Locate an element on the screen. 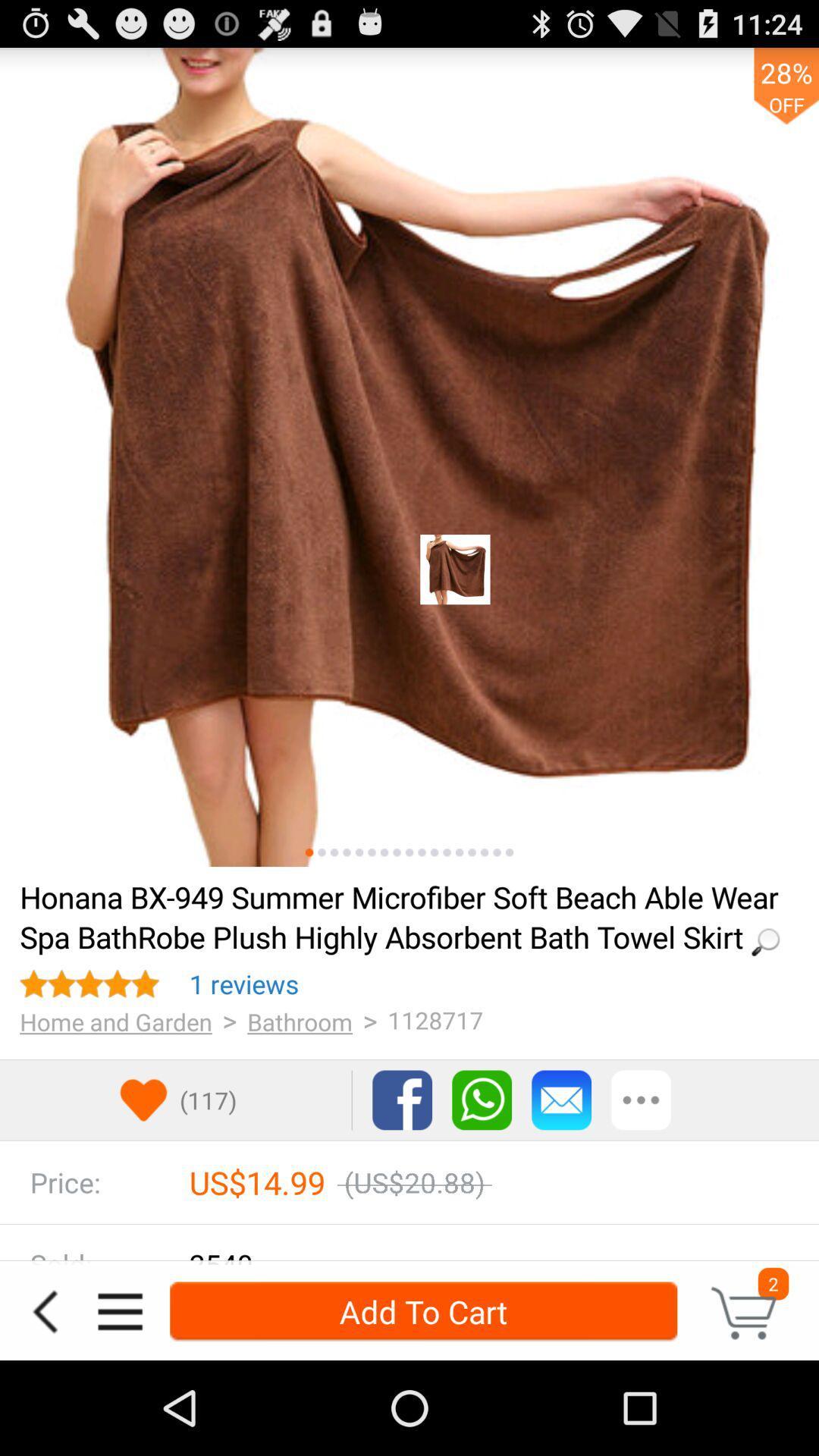 Image resolution: width=819 pixels, height=1456 pixels. open image is located at coordinates (409, 457).